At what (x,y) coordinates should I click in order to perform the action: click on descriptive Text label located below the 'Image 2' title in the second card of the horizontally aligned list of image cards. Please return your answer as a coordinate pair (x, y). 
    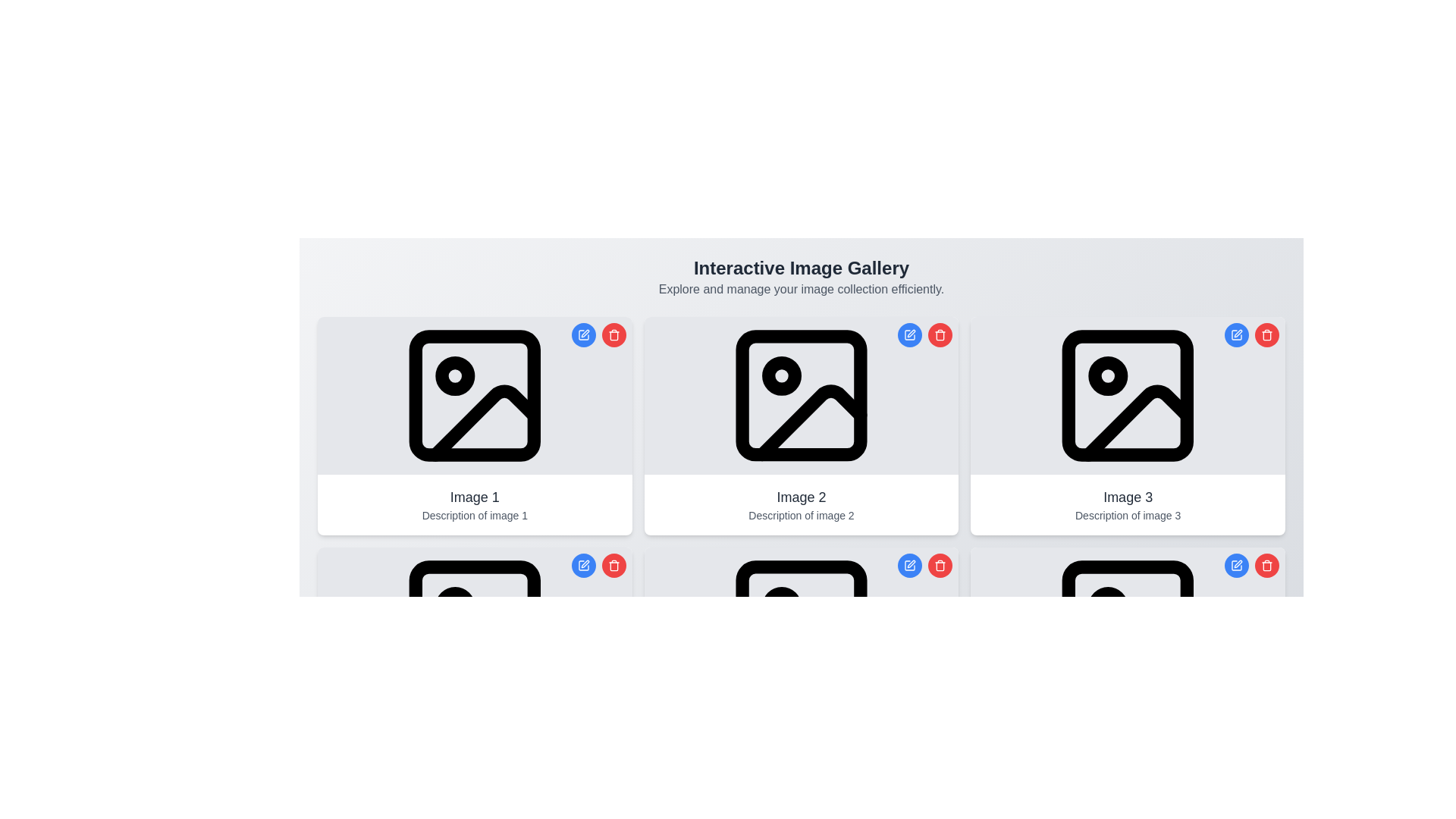
    Looking at the image, I should click on (800, 514).